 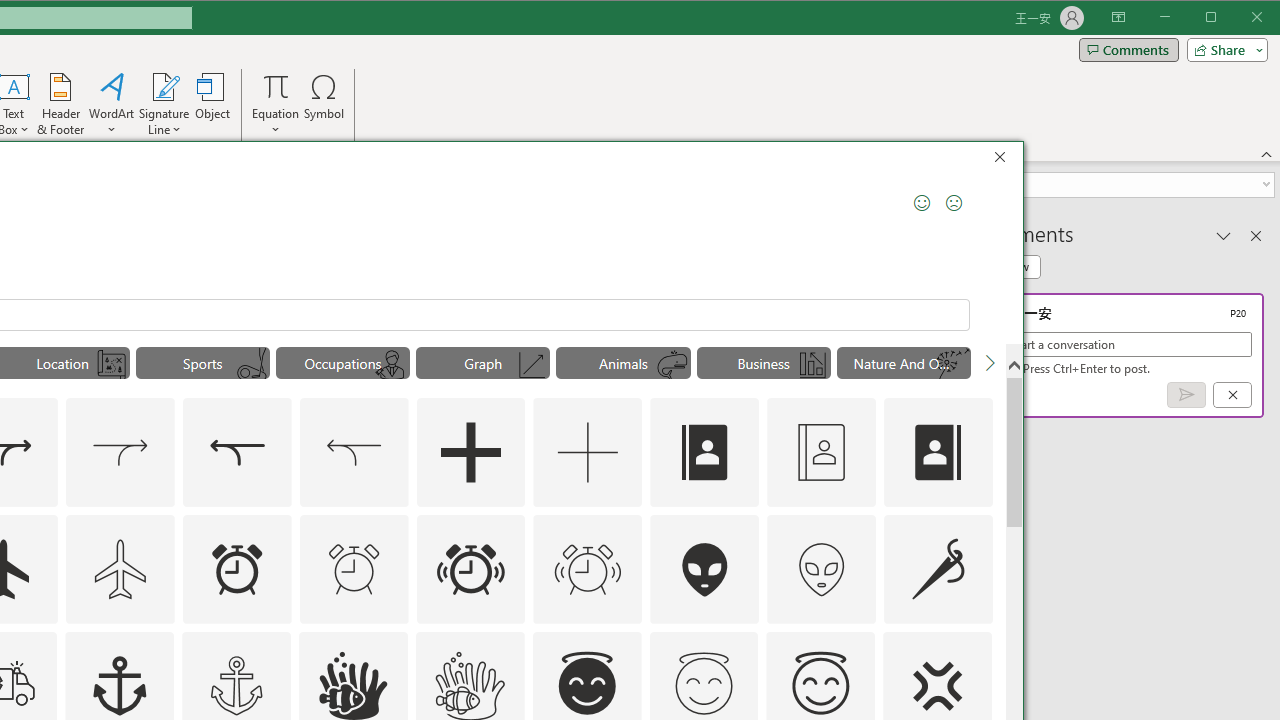 What do you see at coordinates (470, 452) in the screenshot?
I see `'AutomationID: Icons_Add'` at bounding box center [470, 452].